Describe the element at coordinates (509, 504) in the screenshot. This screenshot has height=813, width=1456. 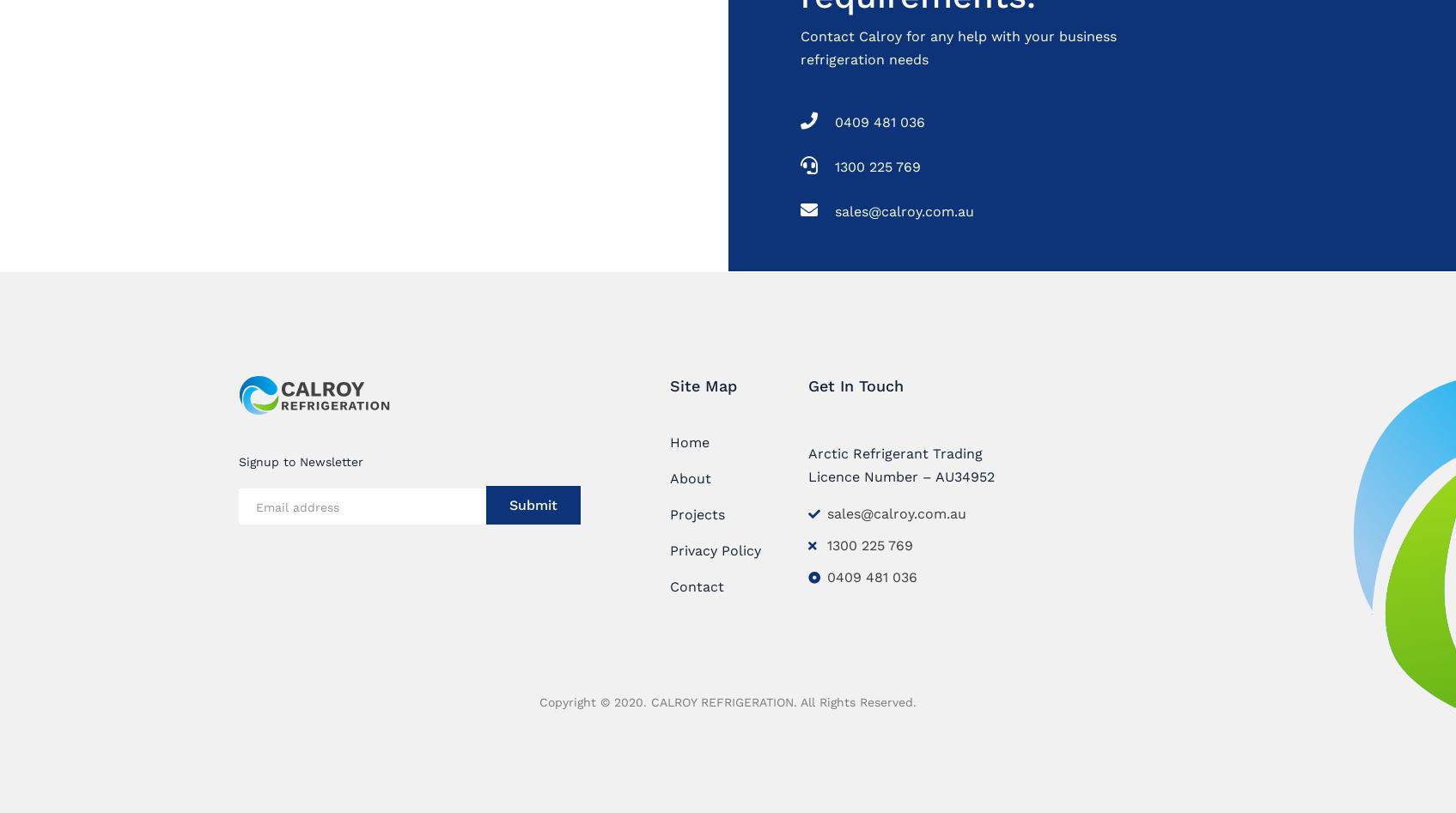
I see `'Submit'` at that location.